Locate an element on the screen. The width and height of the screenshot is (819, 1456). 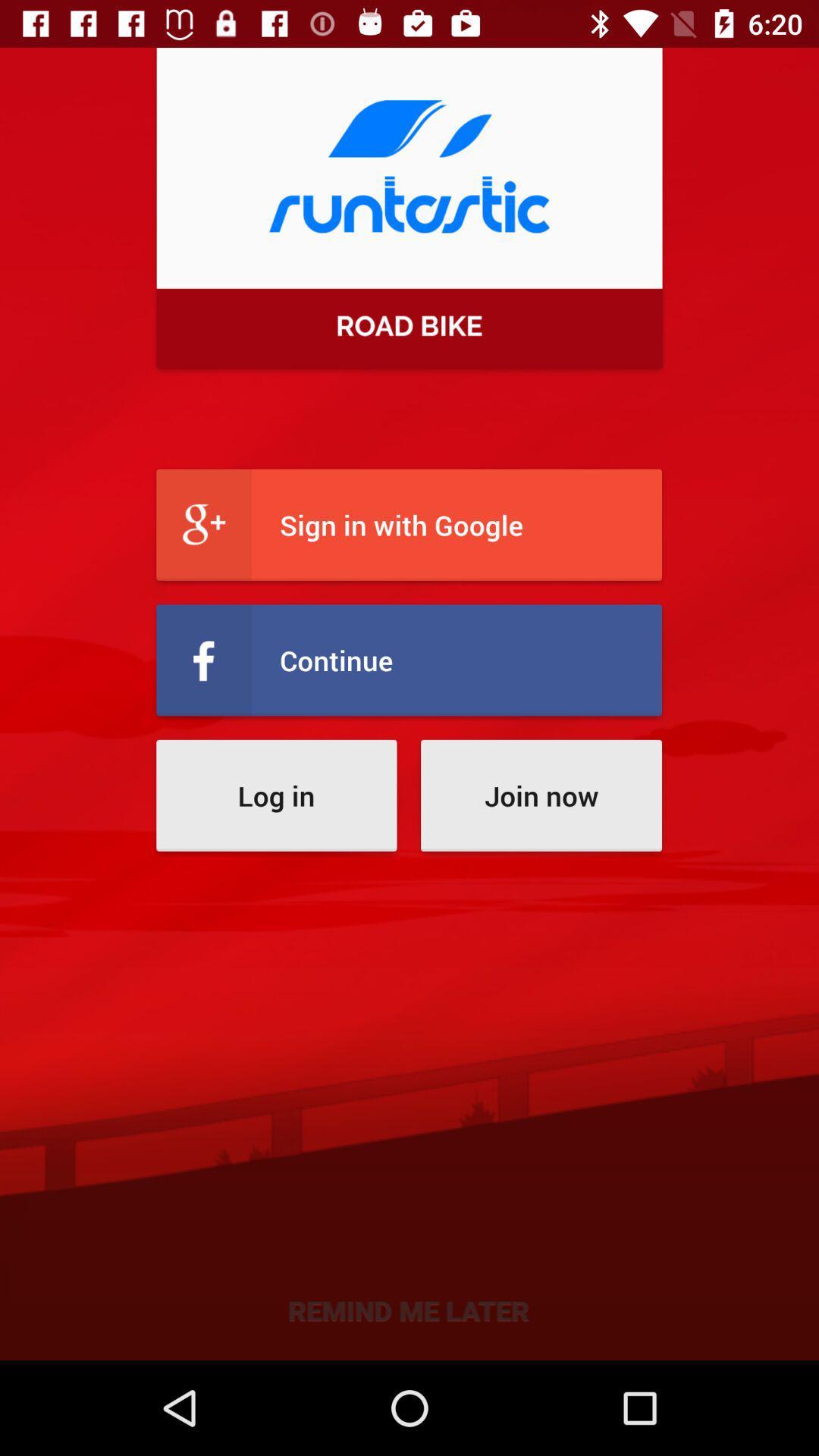
the continue item is located at coordinates (408, 660).